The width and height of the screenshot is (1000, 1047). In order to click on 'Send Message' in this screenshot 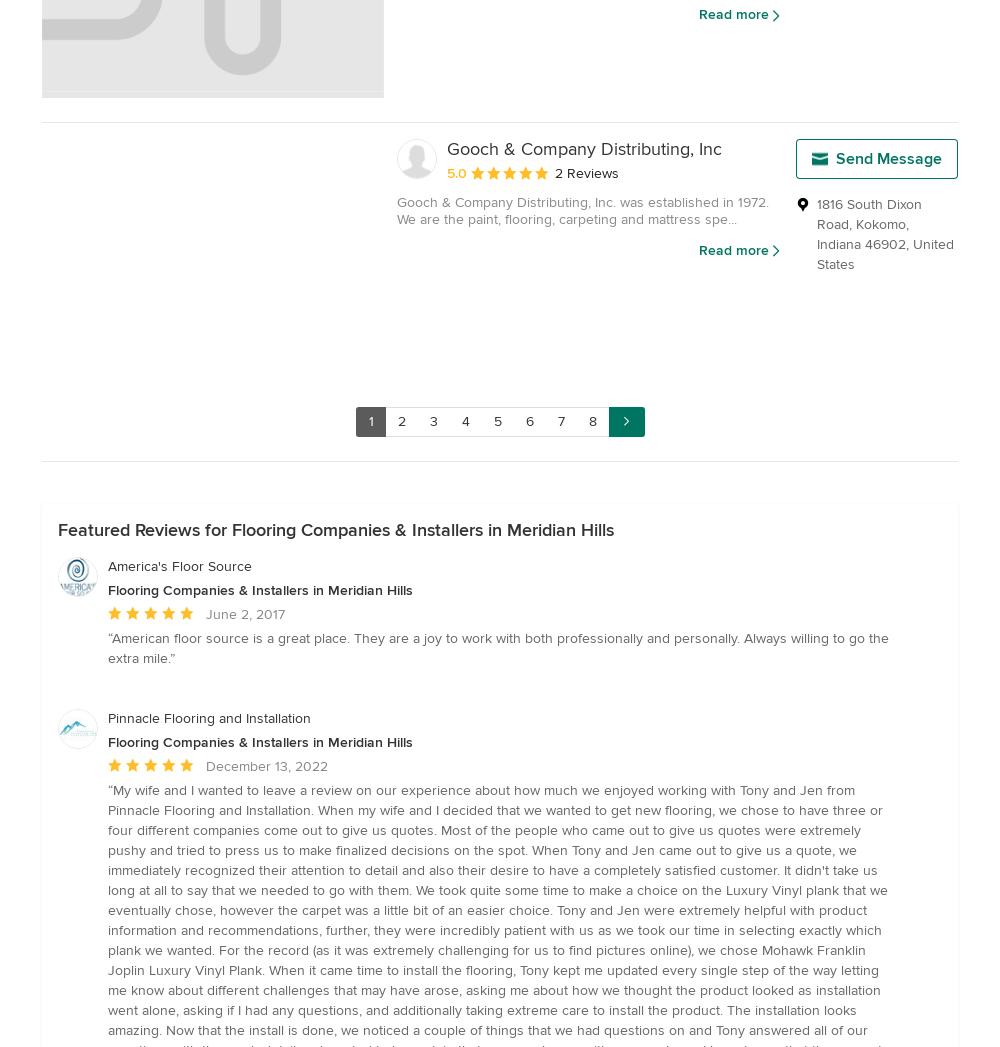, I will do `click(889, 157)`.